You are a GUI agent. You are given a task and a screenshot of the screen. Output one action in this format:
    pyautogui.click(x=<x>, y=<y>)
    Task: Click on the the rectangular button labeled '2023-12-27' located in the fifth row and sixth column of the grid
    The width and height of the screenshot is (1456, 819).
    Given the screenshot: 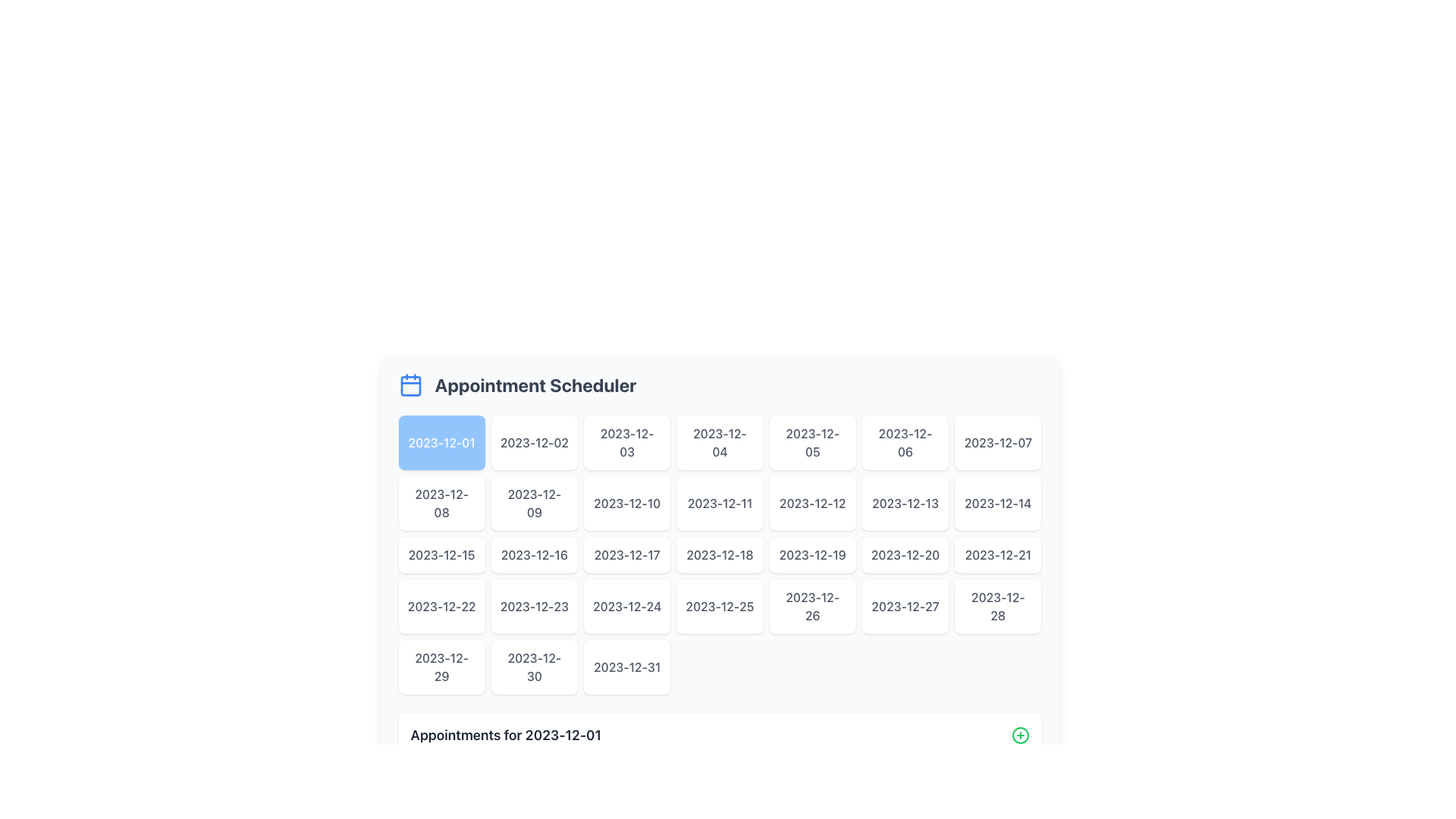 What is the action you would take?
    pyautogui.click(x=905, y=605)
    